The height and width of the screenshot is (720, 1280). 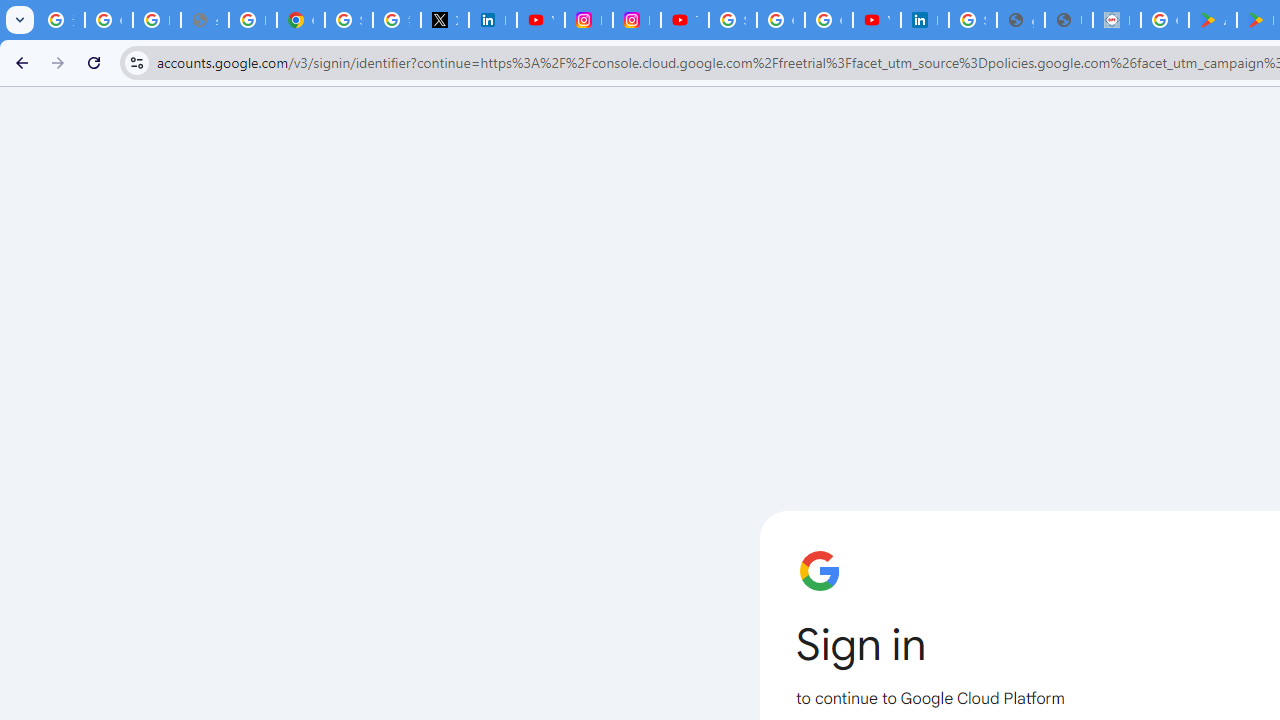 What do you see at coordinates (492, 20) in the screenshot?
I see `'LinkedIn Privacy Policy'` at bounding box center [492, 20].